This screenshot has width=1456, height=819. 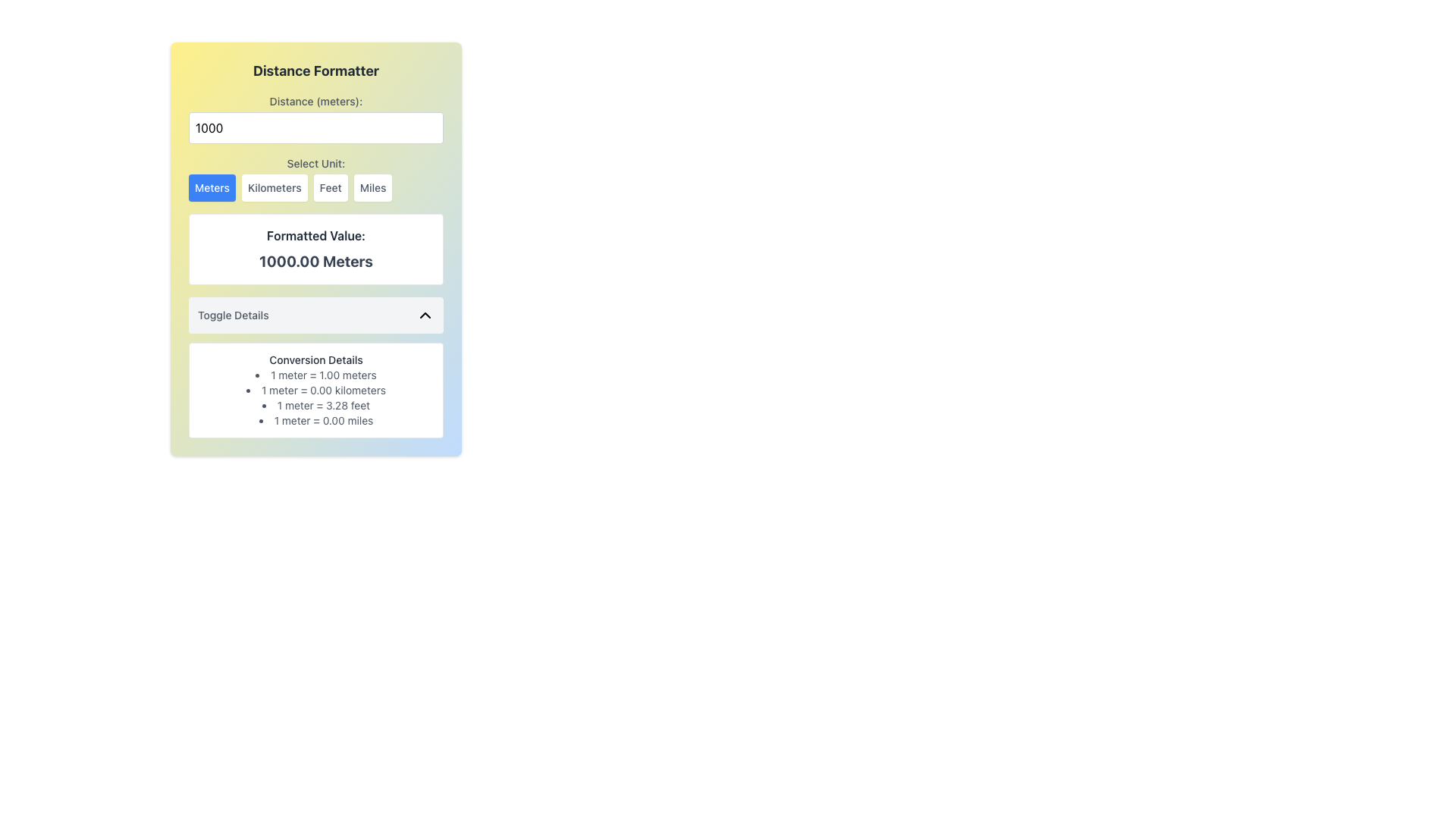 What do you see at coordinates (211, 187) in the screenshot?
I see `the blue button labeled 'Meters' with white bold text` at bounding box center [211, 187].